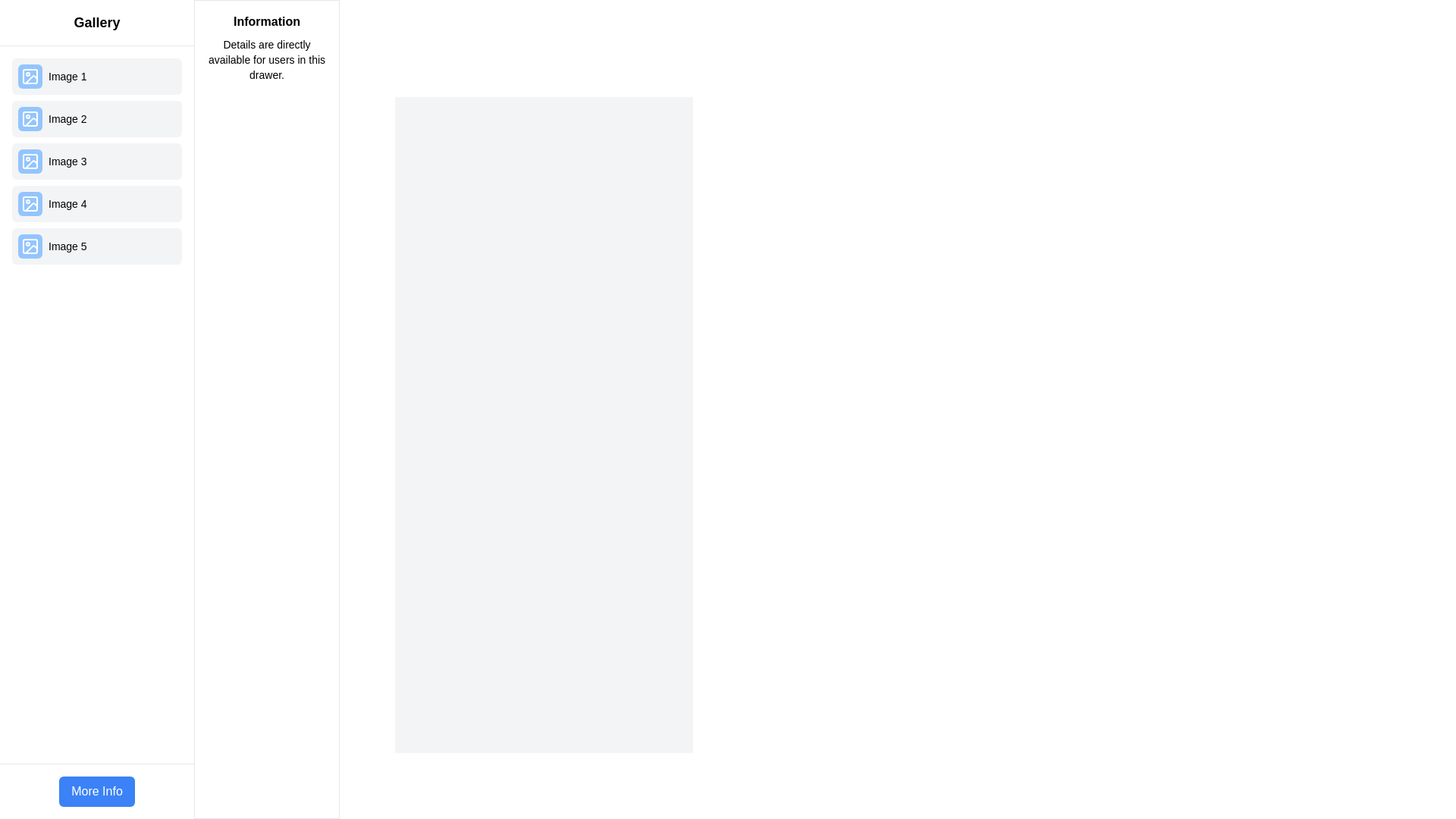 The width and height of the screenshot is (1456, 819). What do you see at coordinates (266, 58) in the screenshot?
I see `text block containing 'Details are directly available for users in this drawer.' located below the 'Information' heading in the right sidebar` at bounding box center [266, 58].